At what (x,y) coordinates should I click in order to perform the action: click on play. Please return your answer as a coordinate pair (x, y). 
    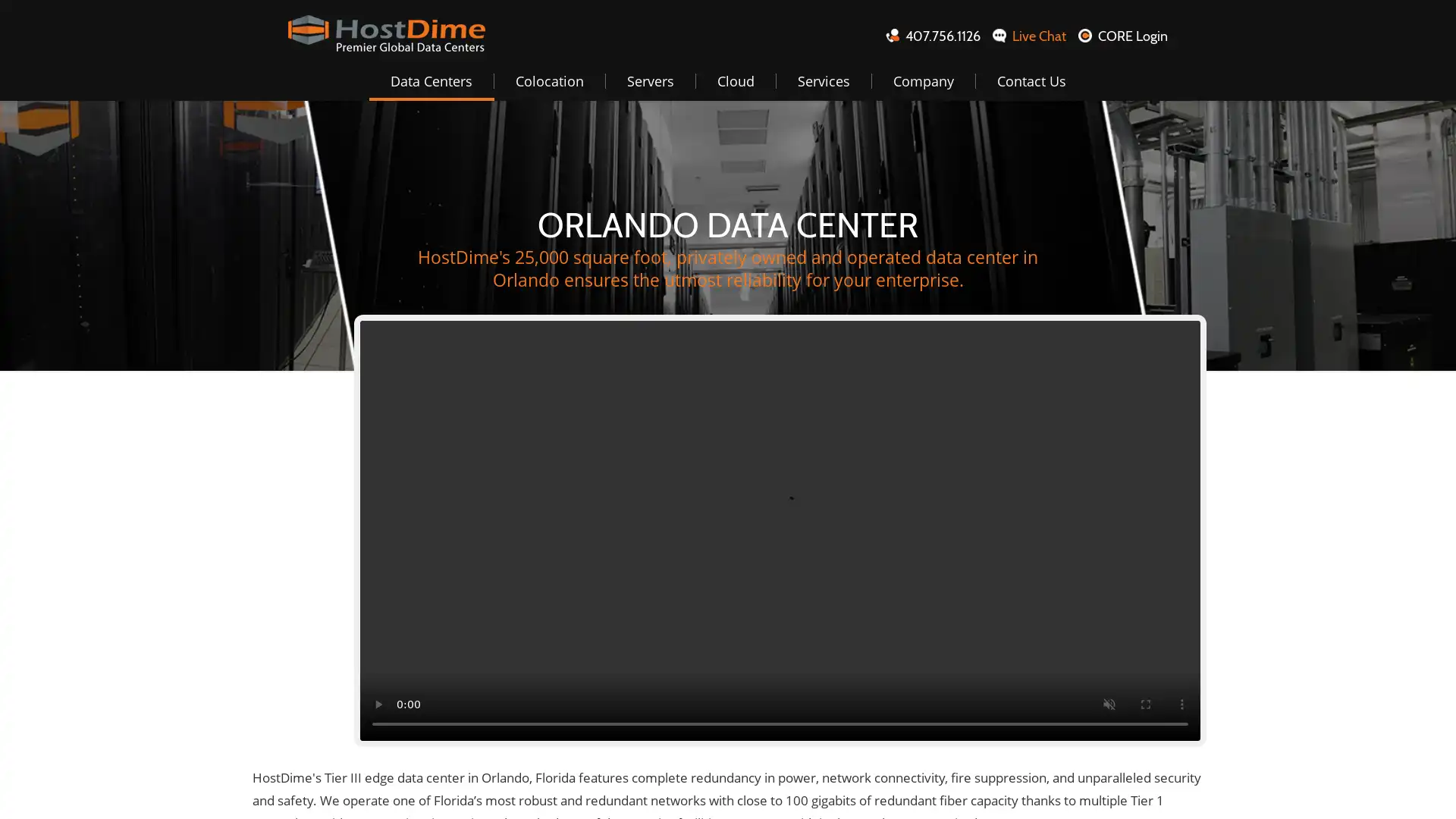
    Looking at the image, I should click on (378, 704).